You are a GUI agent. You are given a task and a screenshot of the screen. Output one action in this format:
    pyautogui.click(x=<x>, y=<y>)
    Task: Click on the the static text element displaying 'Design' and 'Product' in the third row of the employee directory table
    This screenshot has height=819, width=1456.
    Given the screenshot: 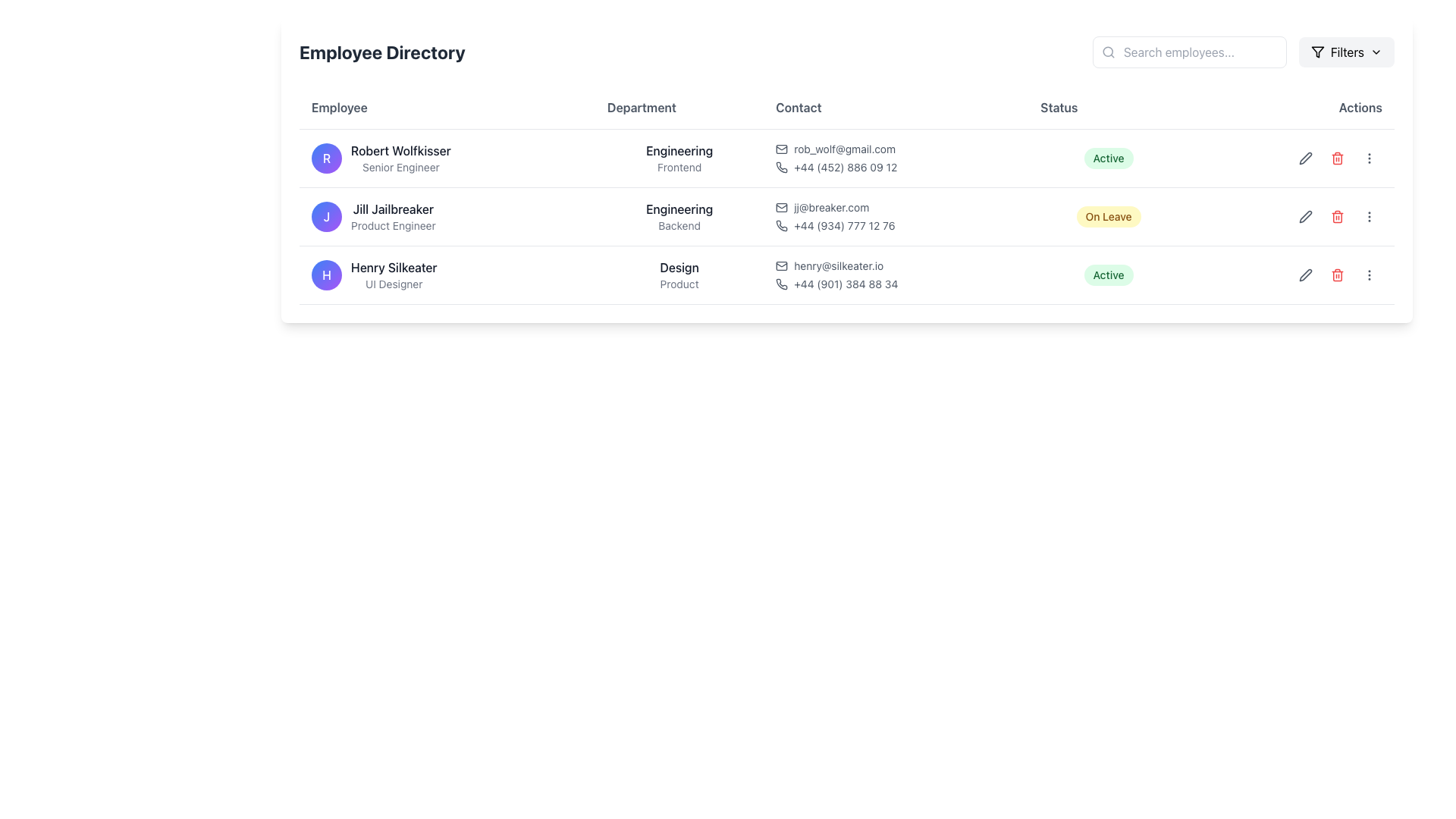 What is the action you would take?
    pyautogui.click(x=679, y=275)
    